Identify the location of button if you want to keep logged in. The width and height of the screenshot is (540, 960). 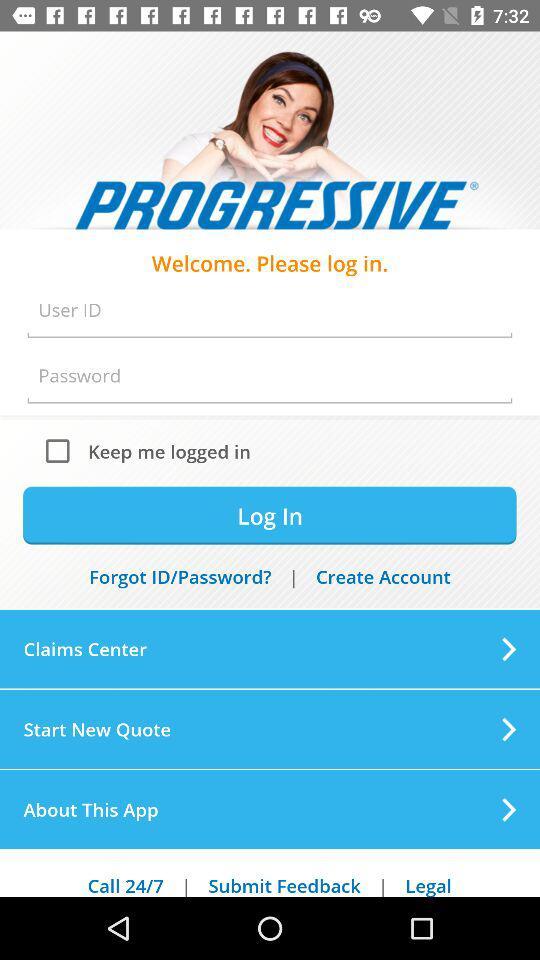
(62, 450).